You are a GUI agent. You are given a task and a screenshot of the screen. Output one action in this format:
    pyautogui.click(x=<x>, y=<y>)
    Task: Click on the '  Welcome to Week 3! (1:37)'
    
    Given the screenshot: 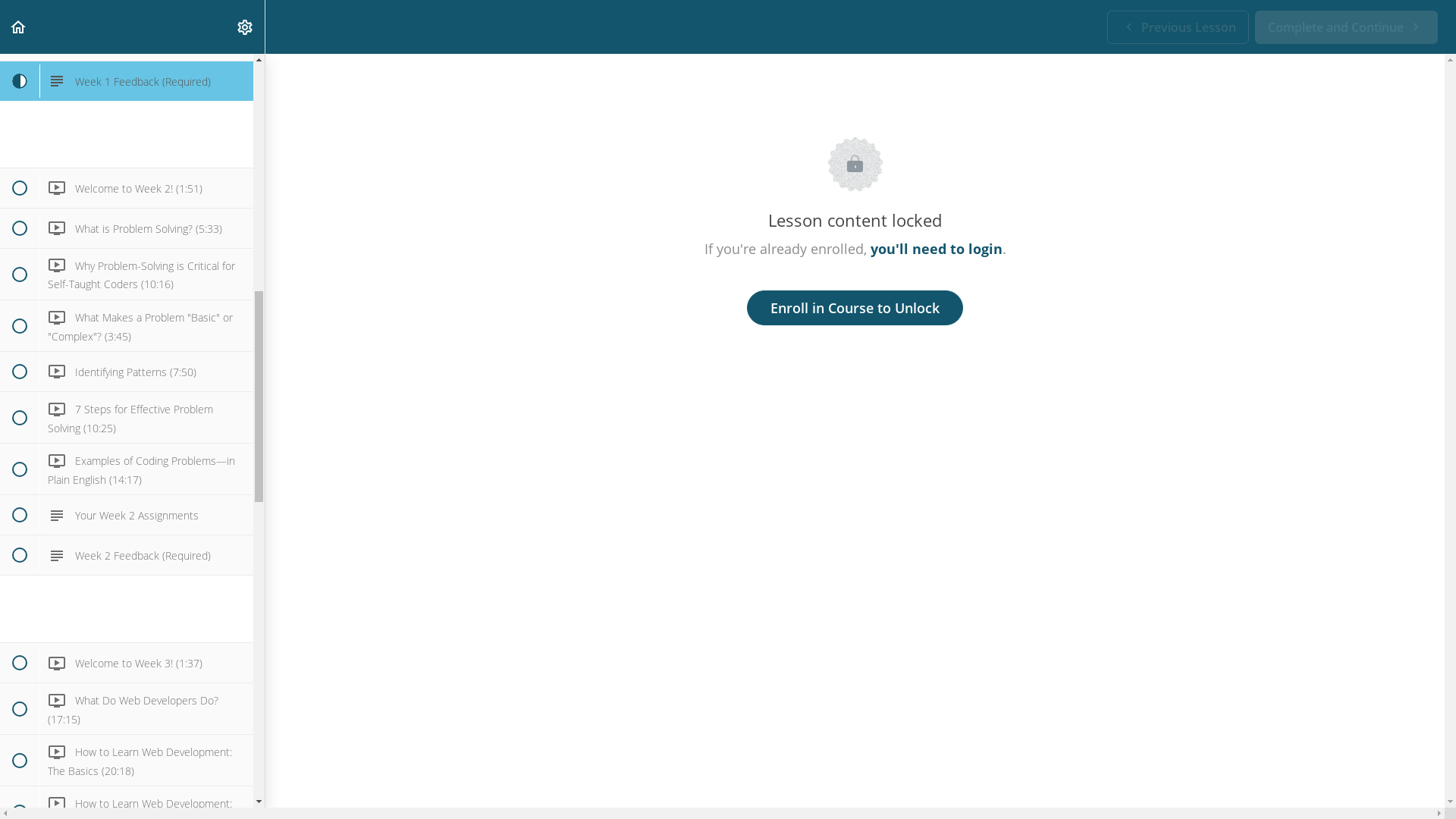 What is the action you would take?
    pyautogui.click(x=127, y=662)
    